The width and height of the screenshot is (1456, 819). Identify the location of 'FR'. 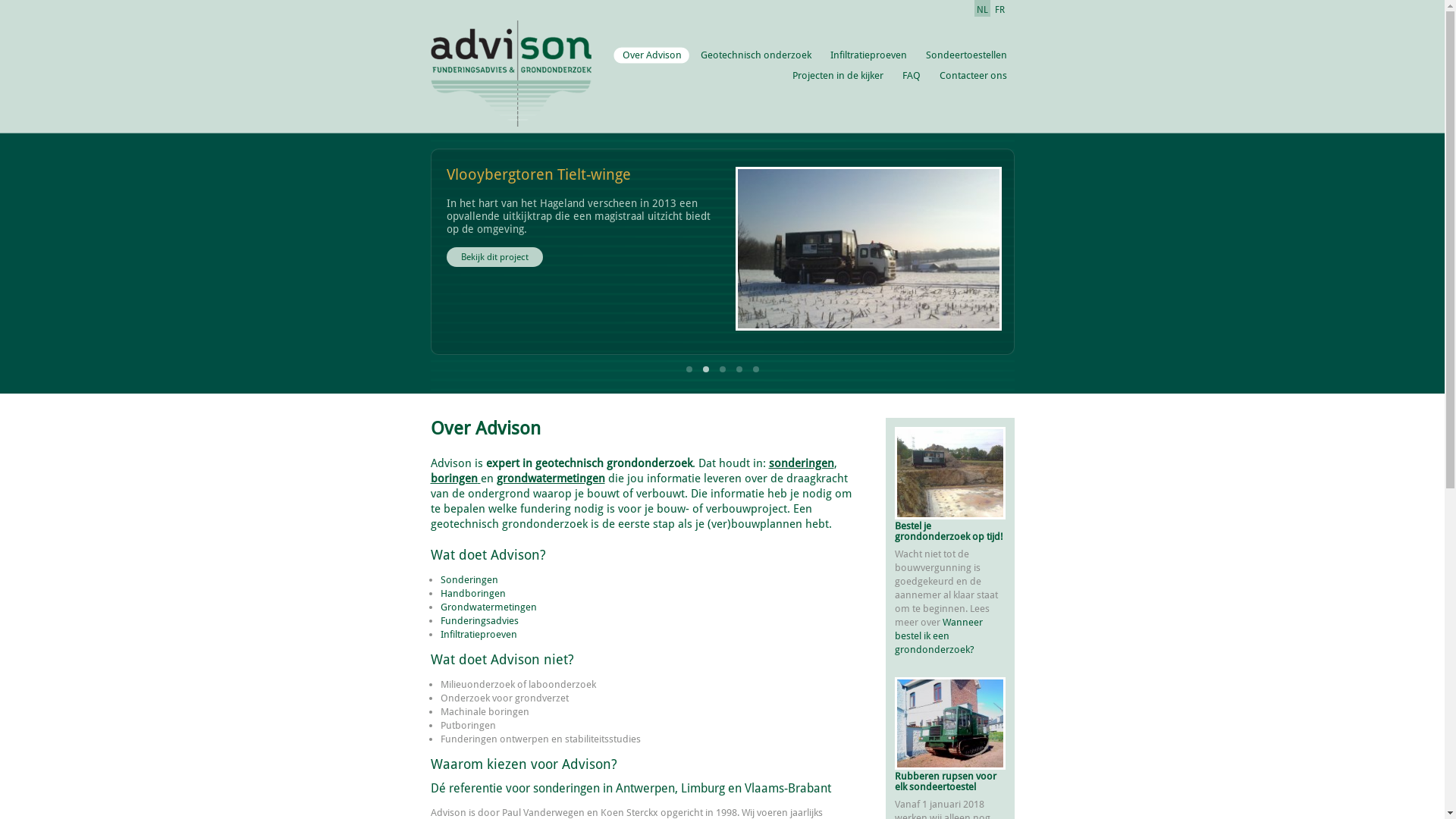
(999, 8).